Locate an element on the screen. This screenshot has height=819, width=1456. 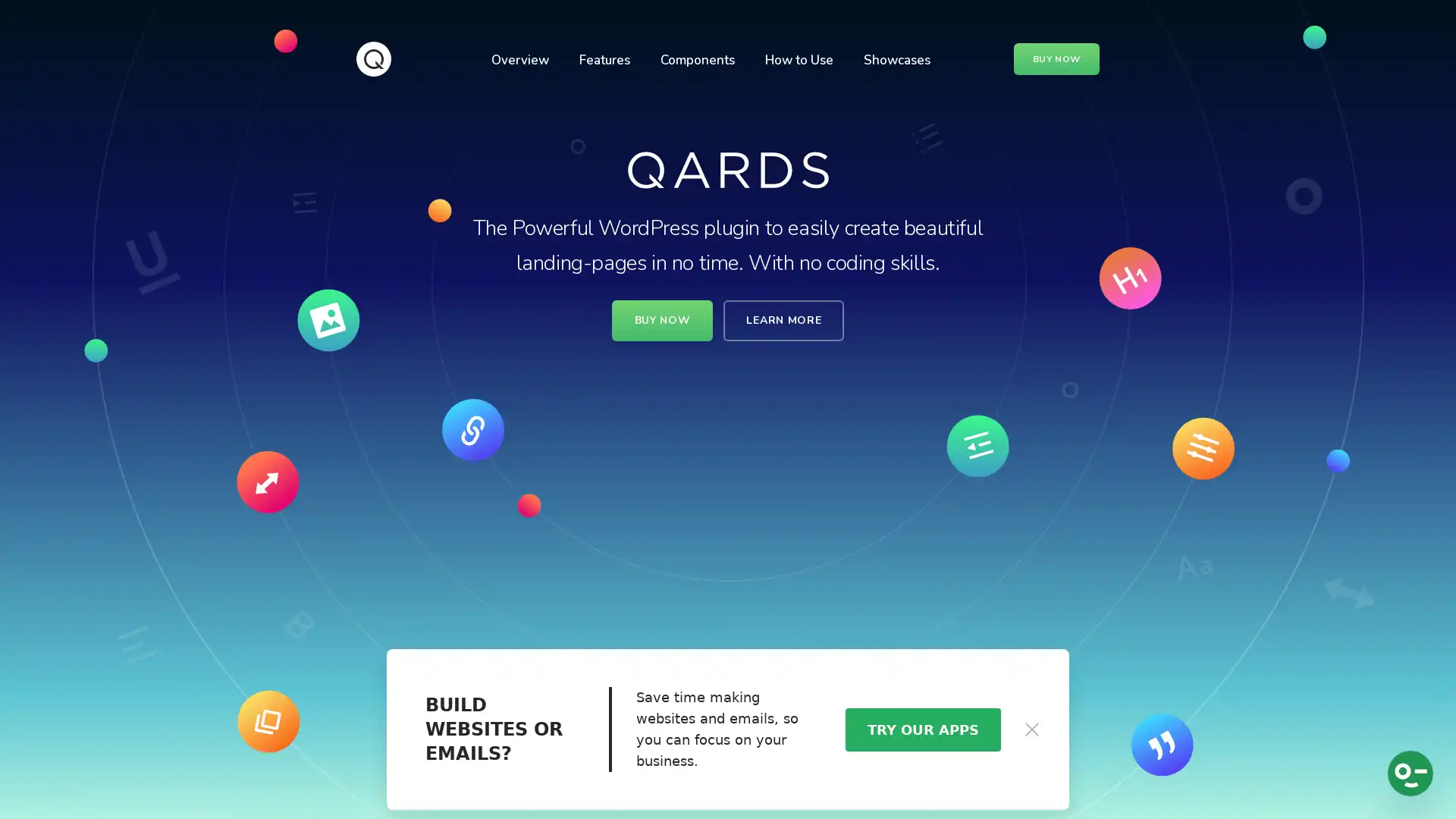
TRY OUR APPS is located at coordinates (921, 728).